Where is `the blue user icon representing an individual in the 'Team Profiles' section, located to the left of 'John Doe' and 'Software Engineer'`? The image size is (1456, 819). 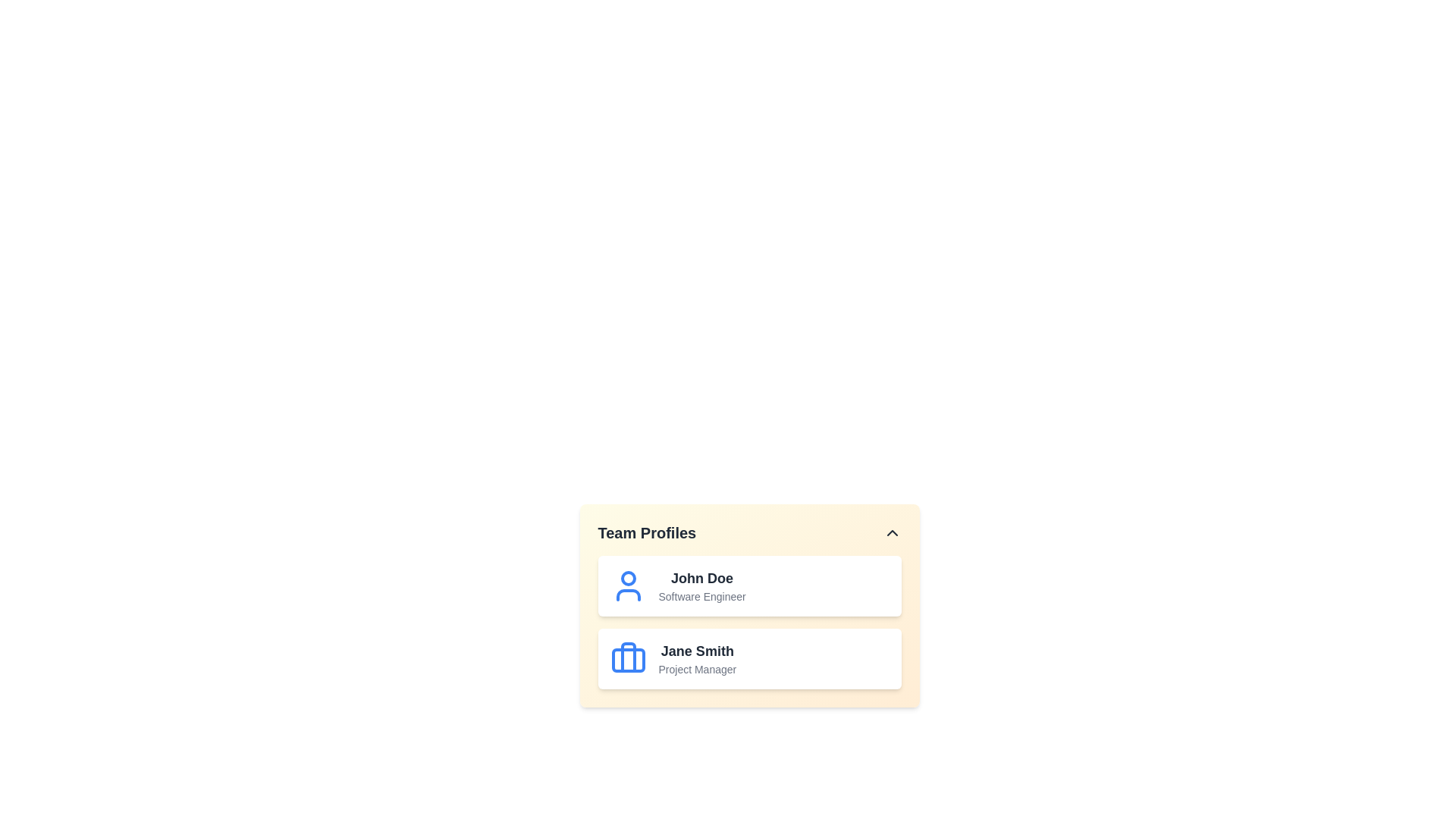 the blue user icon representing an individual in the 'Team Profiles' section, located to the left of 'John Doe' and 'Software Engineer' is located at coordinates (628, 585).